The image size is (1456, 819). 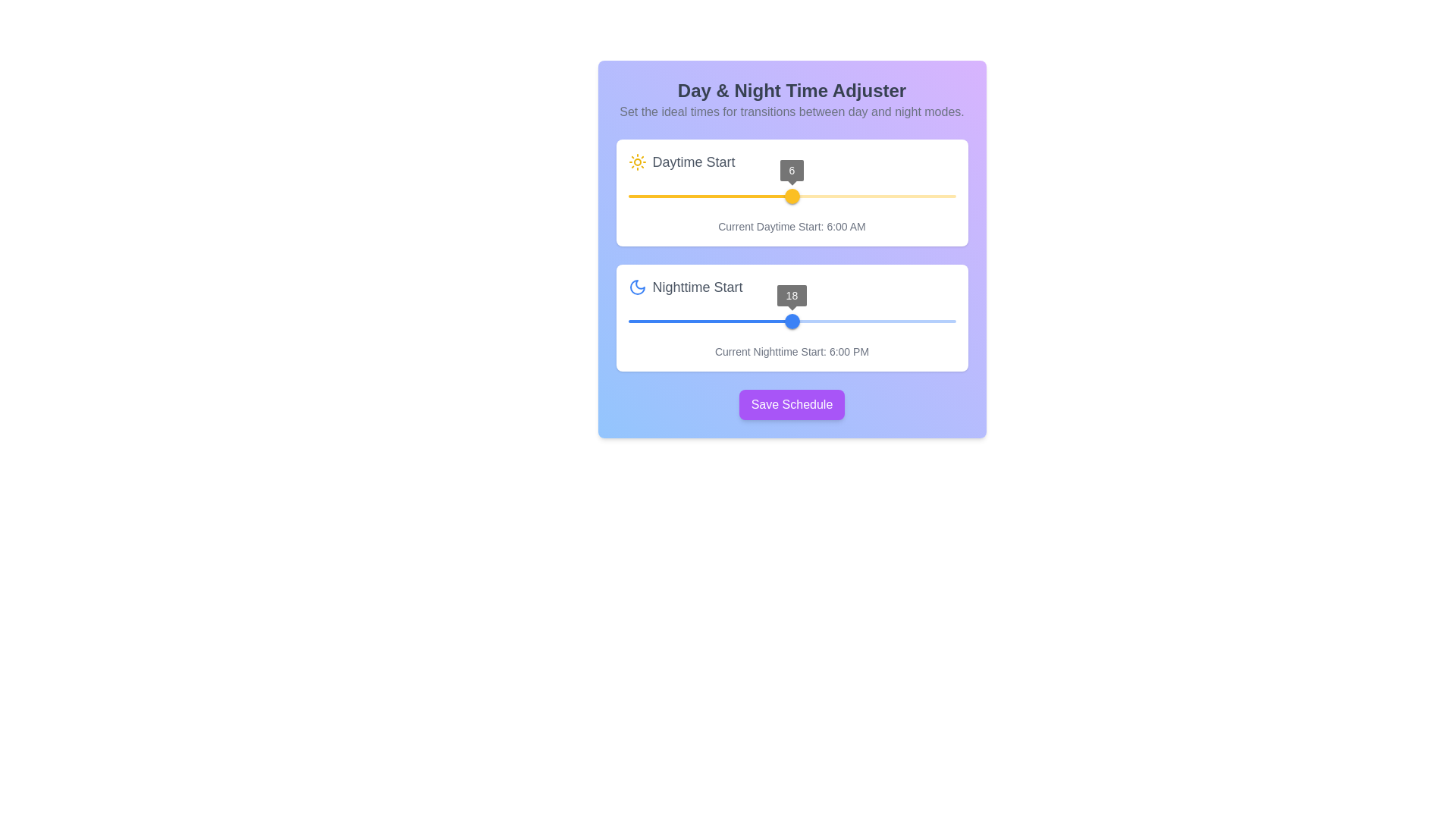 I want to click on nighttime start hour, so click(x=709, y=321).